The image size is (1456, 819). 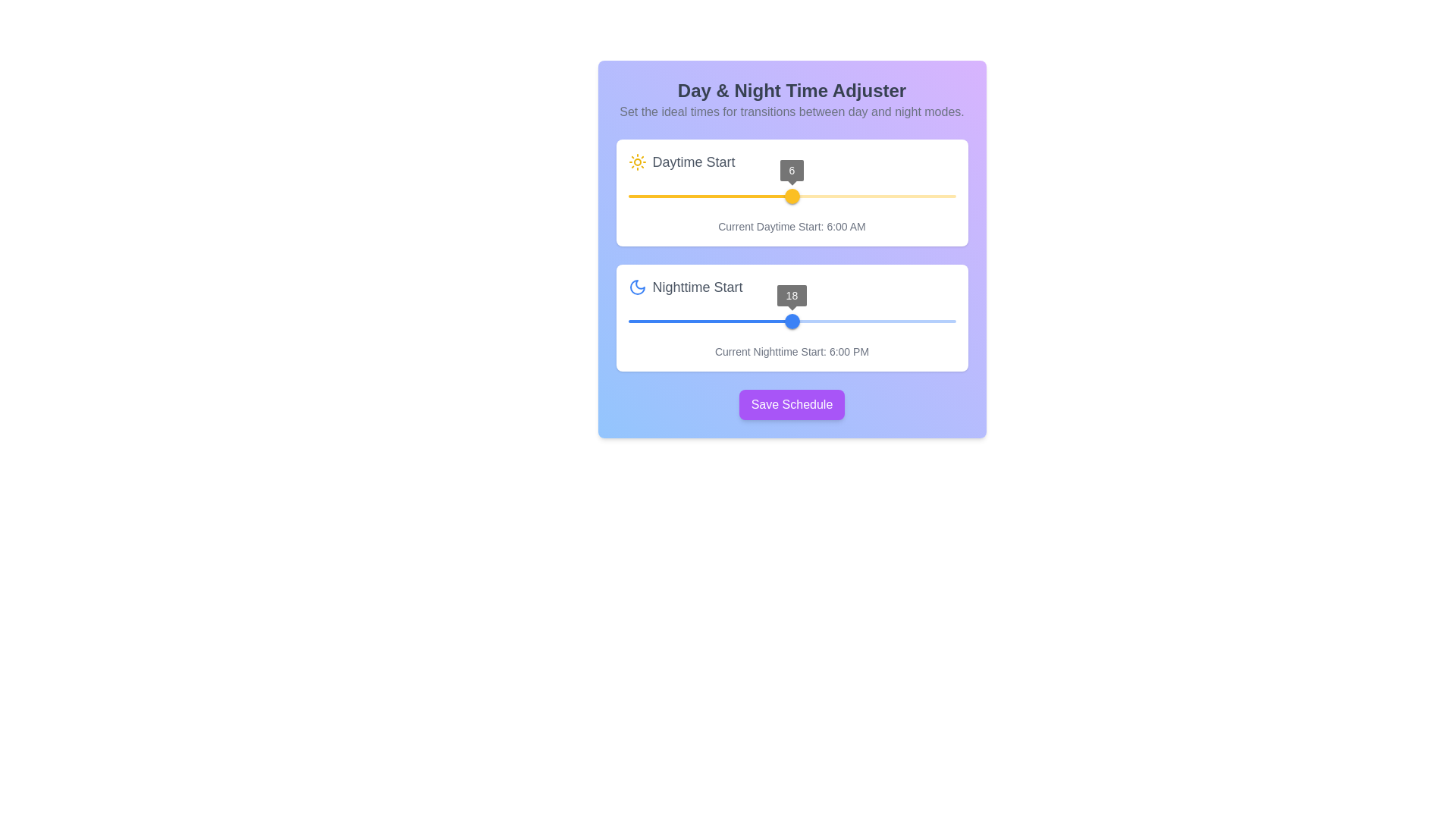 I want to click on nighttime start hour, so click(x=709, y=321).